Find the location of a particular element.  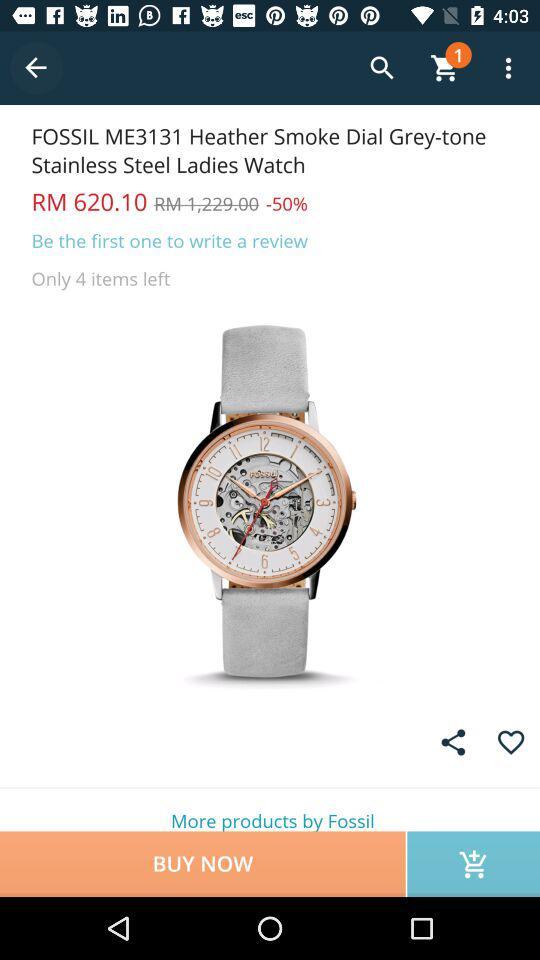

more products by icon is located at coordinates (270, 810).